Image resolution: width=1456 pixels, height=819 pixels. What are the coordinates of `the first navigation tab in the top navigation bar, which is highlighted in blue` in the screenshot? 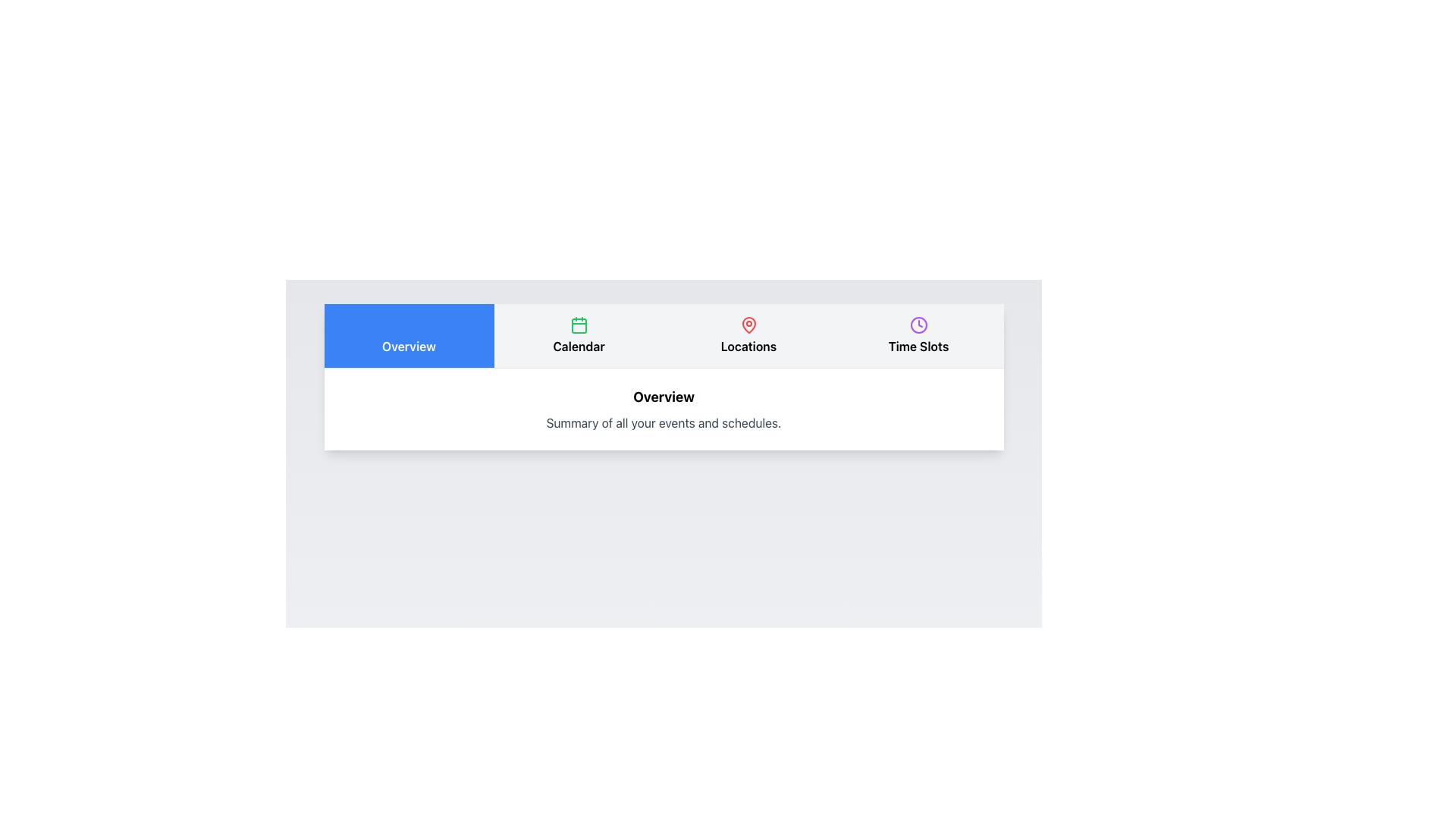 It's located at (409, 346).